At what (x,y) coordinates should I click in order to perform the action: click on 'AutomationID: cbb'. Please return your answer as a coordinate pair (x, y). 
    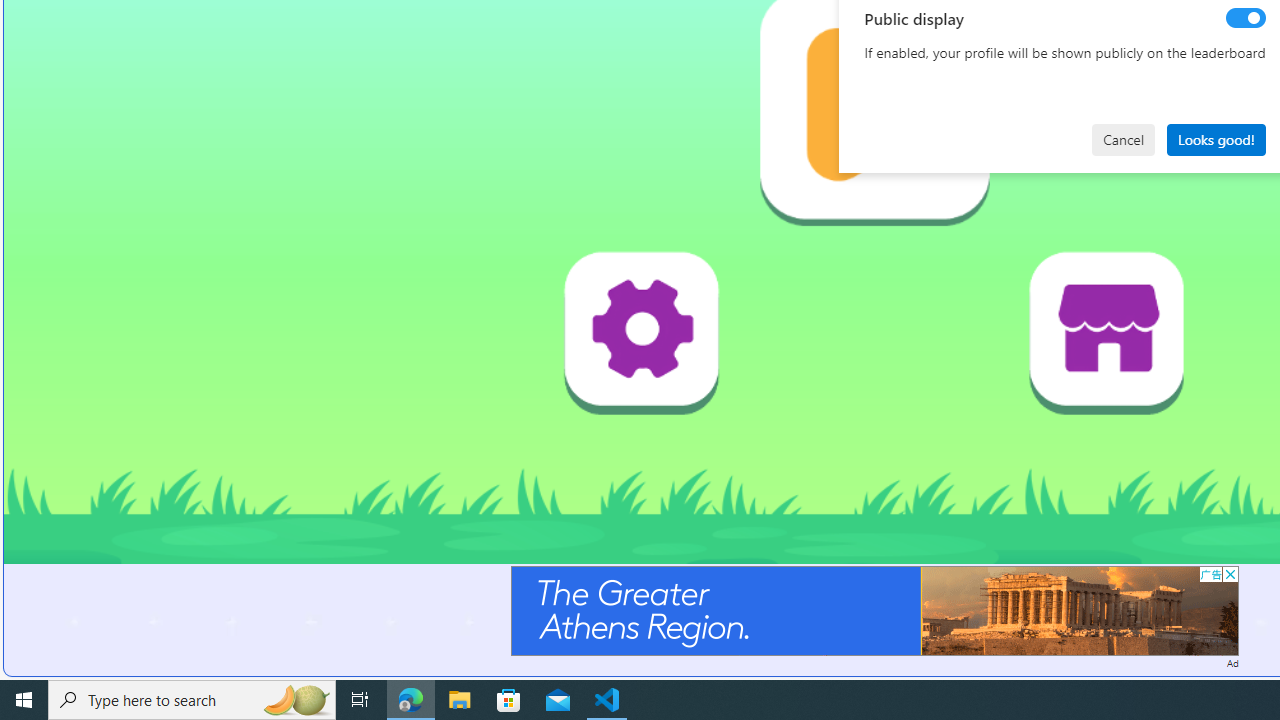
    Looking at the image, I should click on (1229, 574).